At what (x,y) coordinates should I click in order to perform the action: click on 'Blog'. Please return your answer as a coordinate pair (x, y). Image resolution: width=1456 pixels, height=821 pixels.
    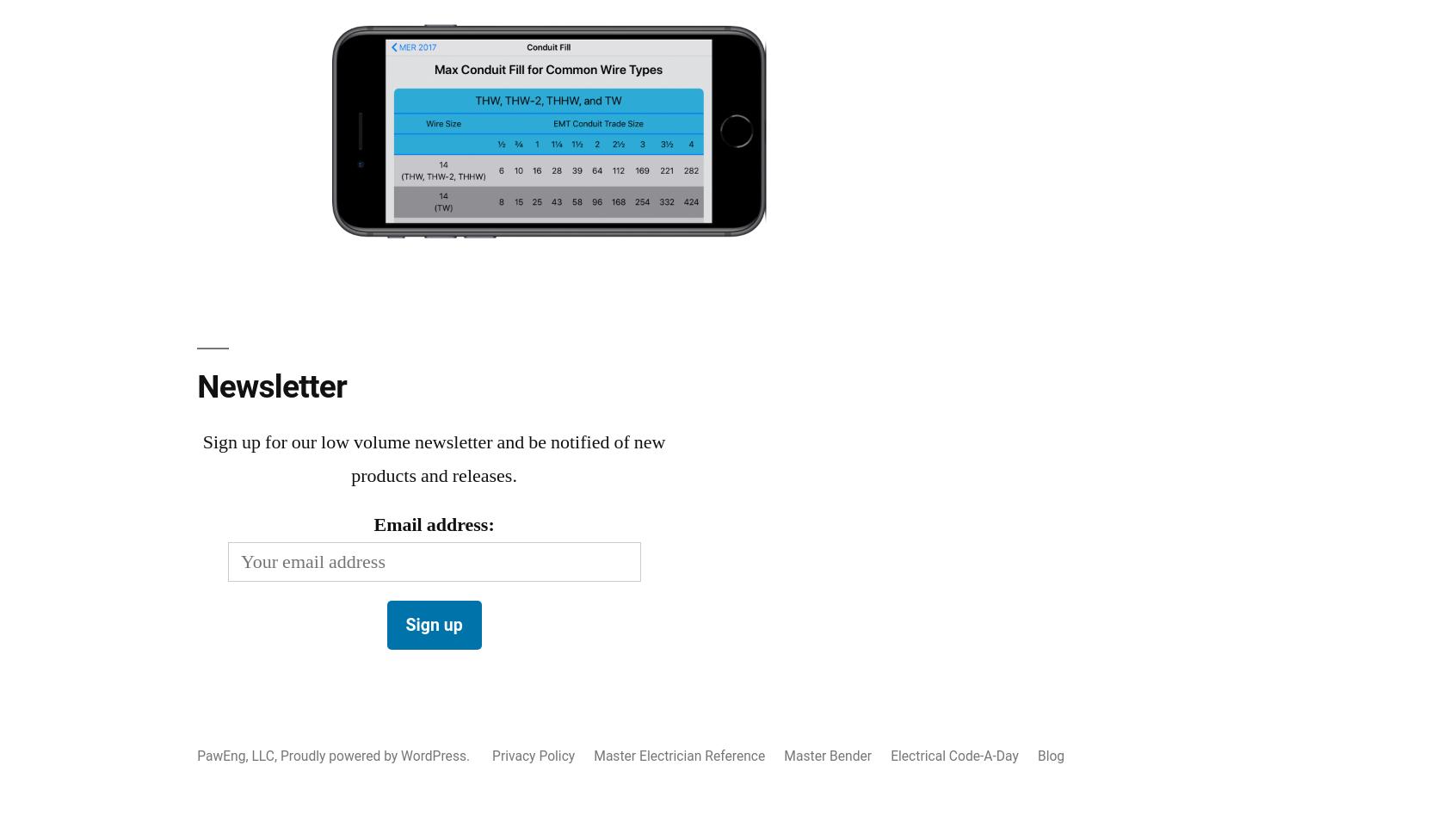
    Looking at the image, I should click on (1050, 755).